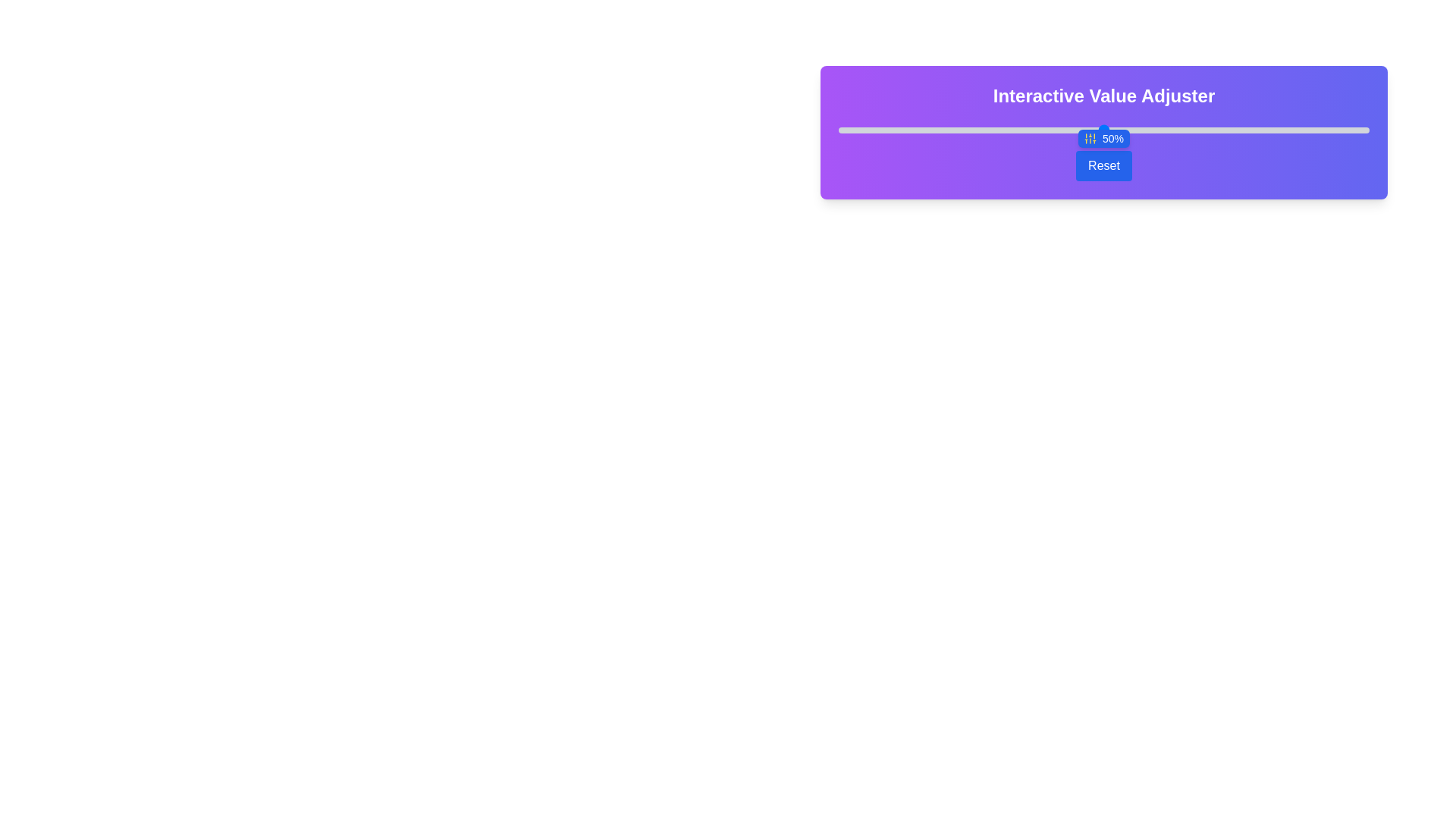  Describe the element at coordinates (1113, 138) in the screenshot. I see `the text label displaying '50%' in white text on a blue background, which is centered above a horizontal slider` at that location.